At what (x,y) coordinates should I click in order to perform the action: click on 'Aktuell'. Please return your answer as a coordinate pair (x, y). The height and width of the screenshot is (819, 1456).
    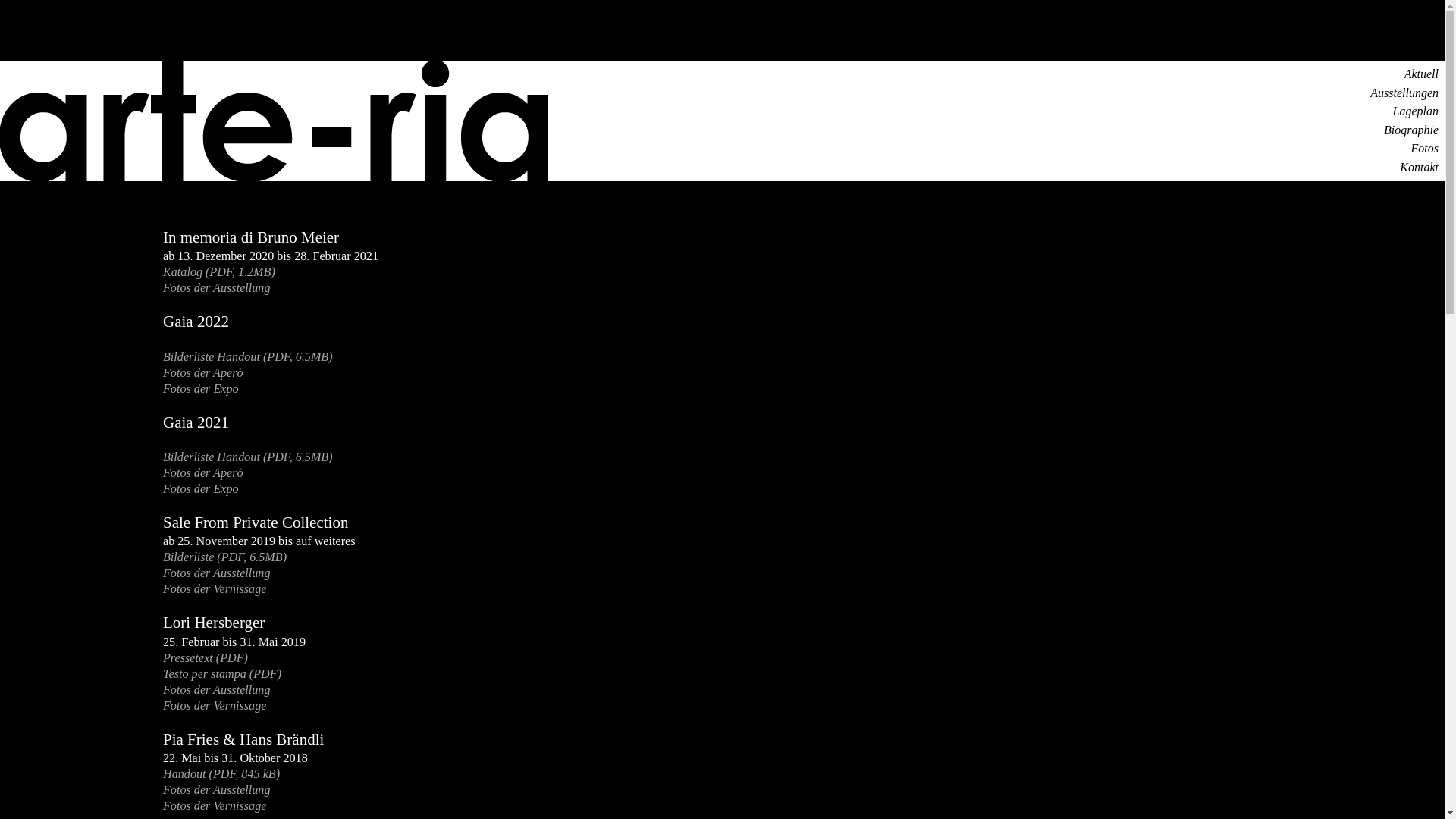
    Looking at the image, I should click on (1420, 74).